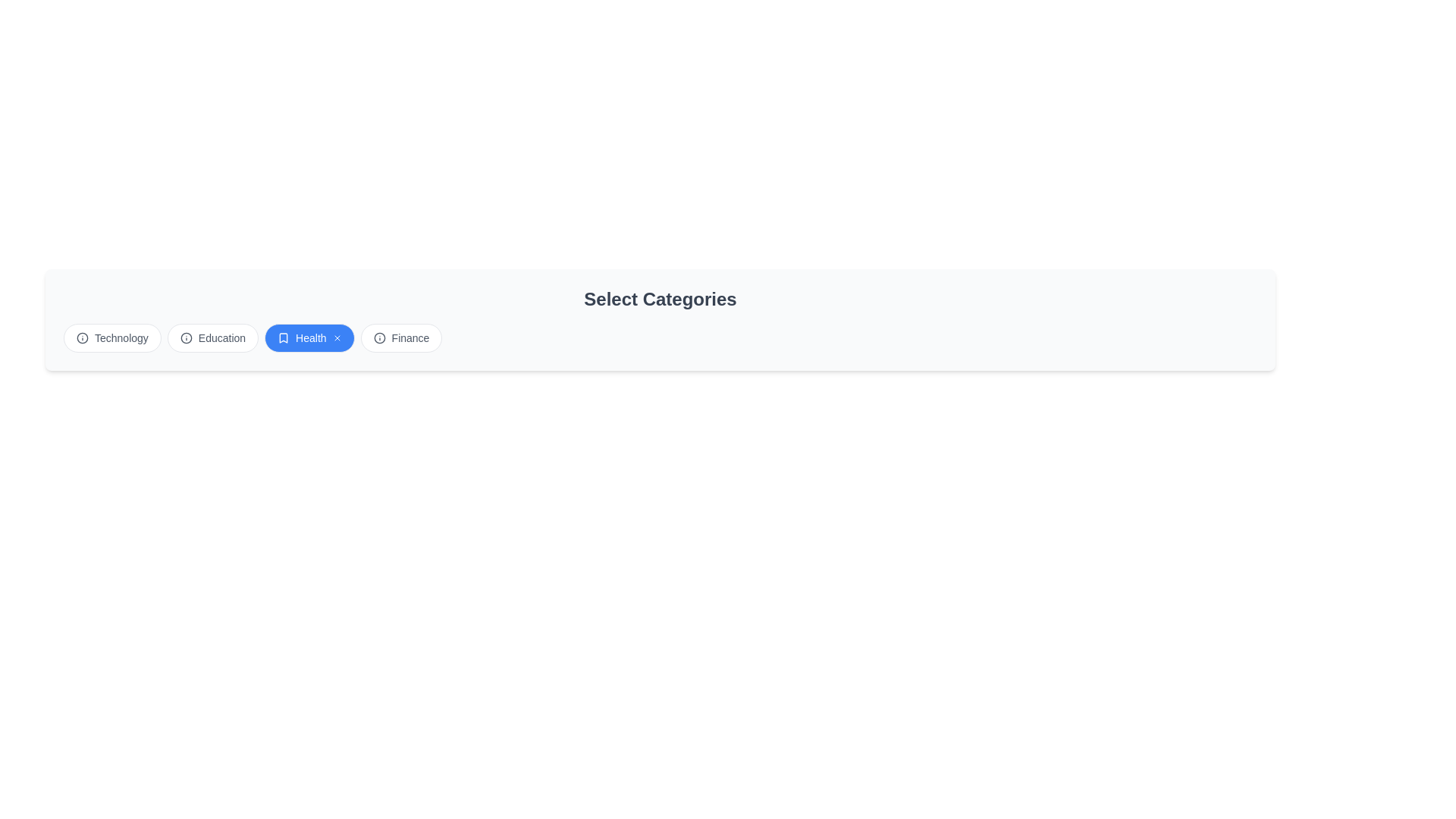  I want to click on the category Finance by clicking on its chip, so click(400, 337).